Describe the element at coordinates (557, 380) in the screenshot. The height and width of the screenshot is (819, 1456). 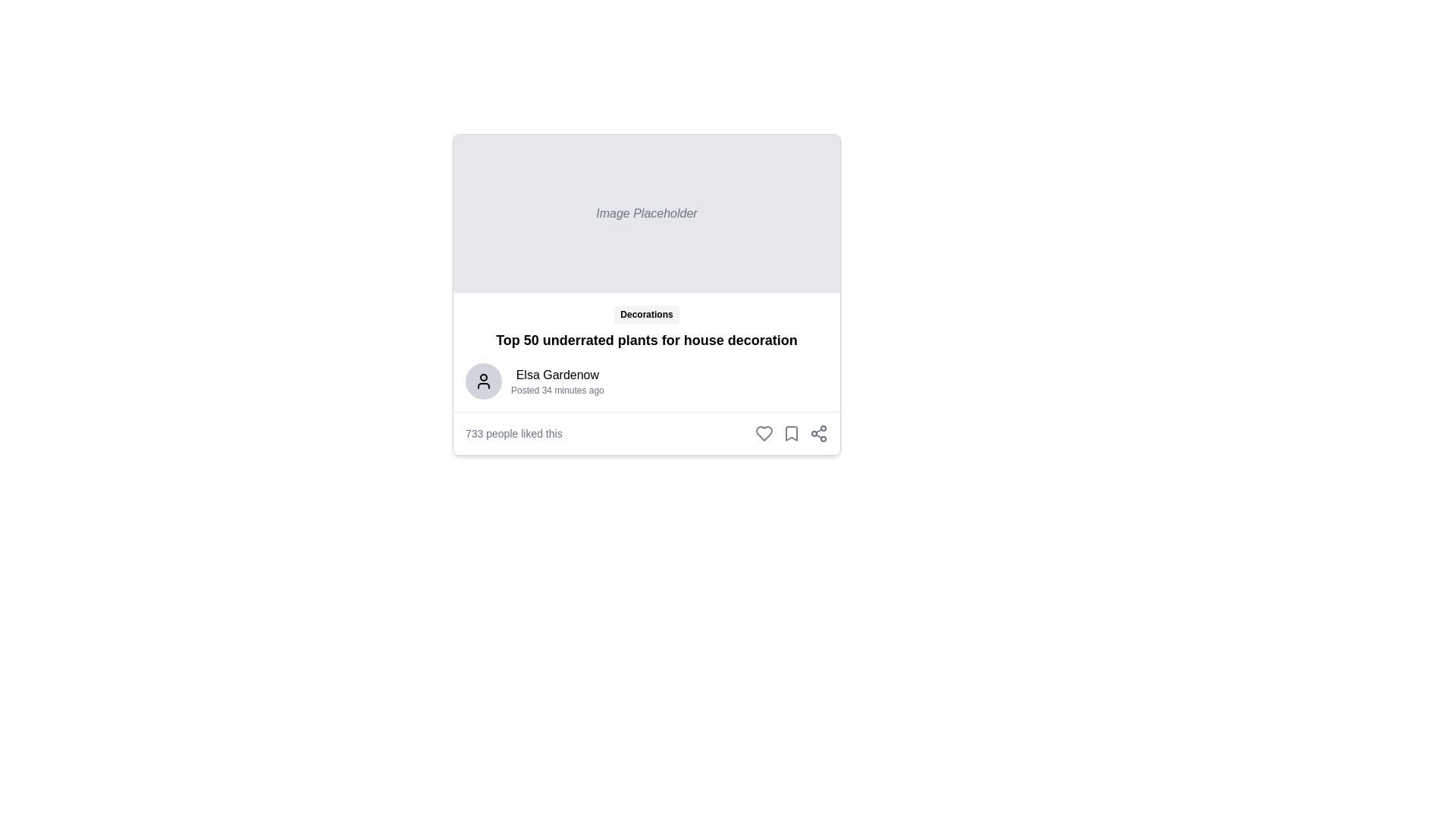
I see `text label that provides the author's name and post publication date, located in the center-bottom of the card, to the right of a circular icon` at that location.